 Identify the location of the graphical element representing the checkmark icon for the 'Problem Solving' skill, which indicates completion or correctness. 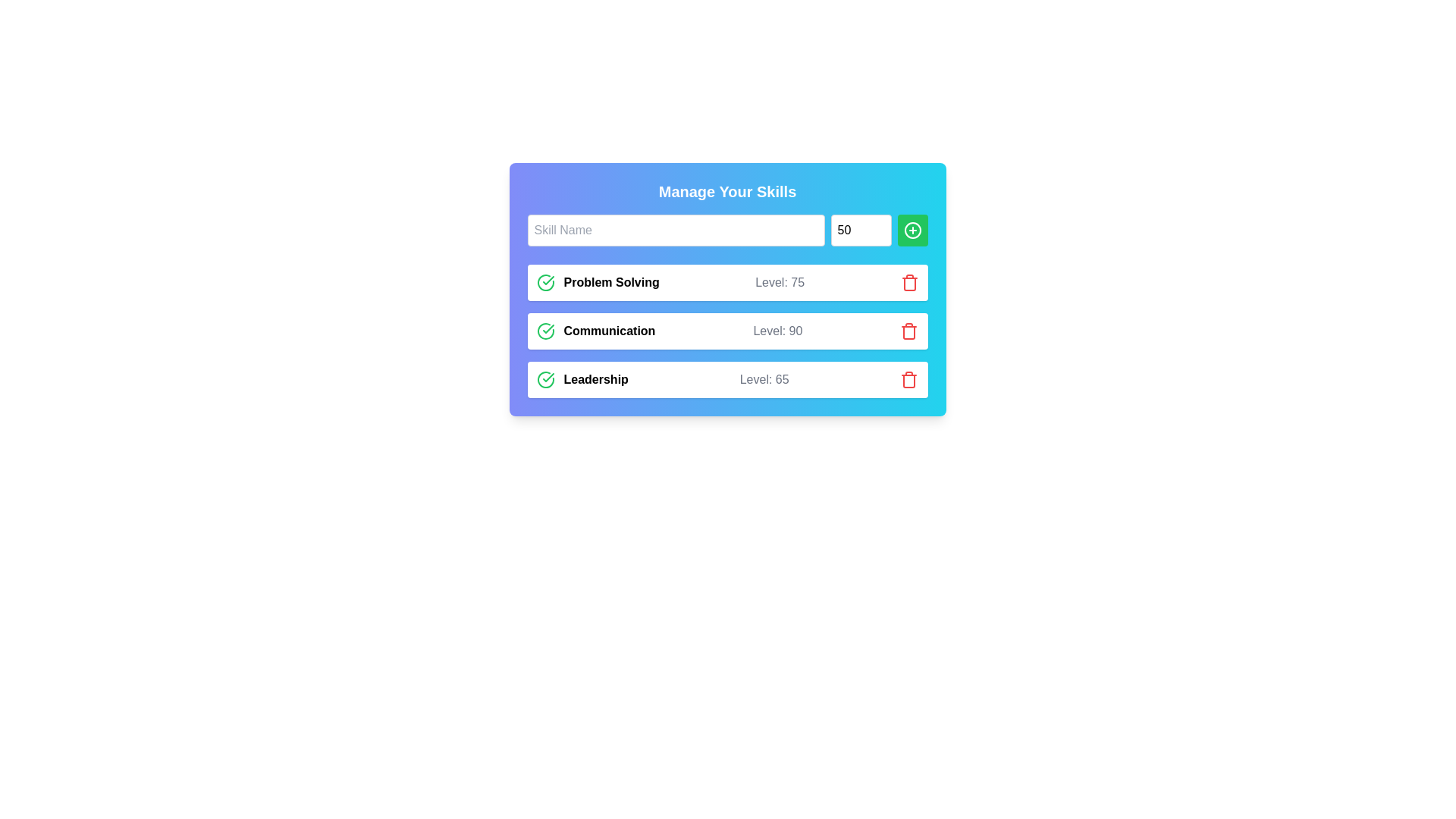
(545, 283).